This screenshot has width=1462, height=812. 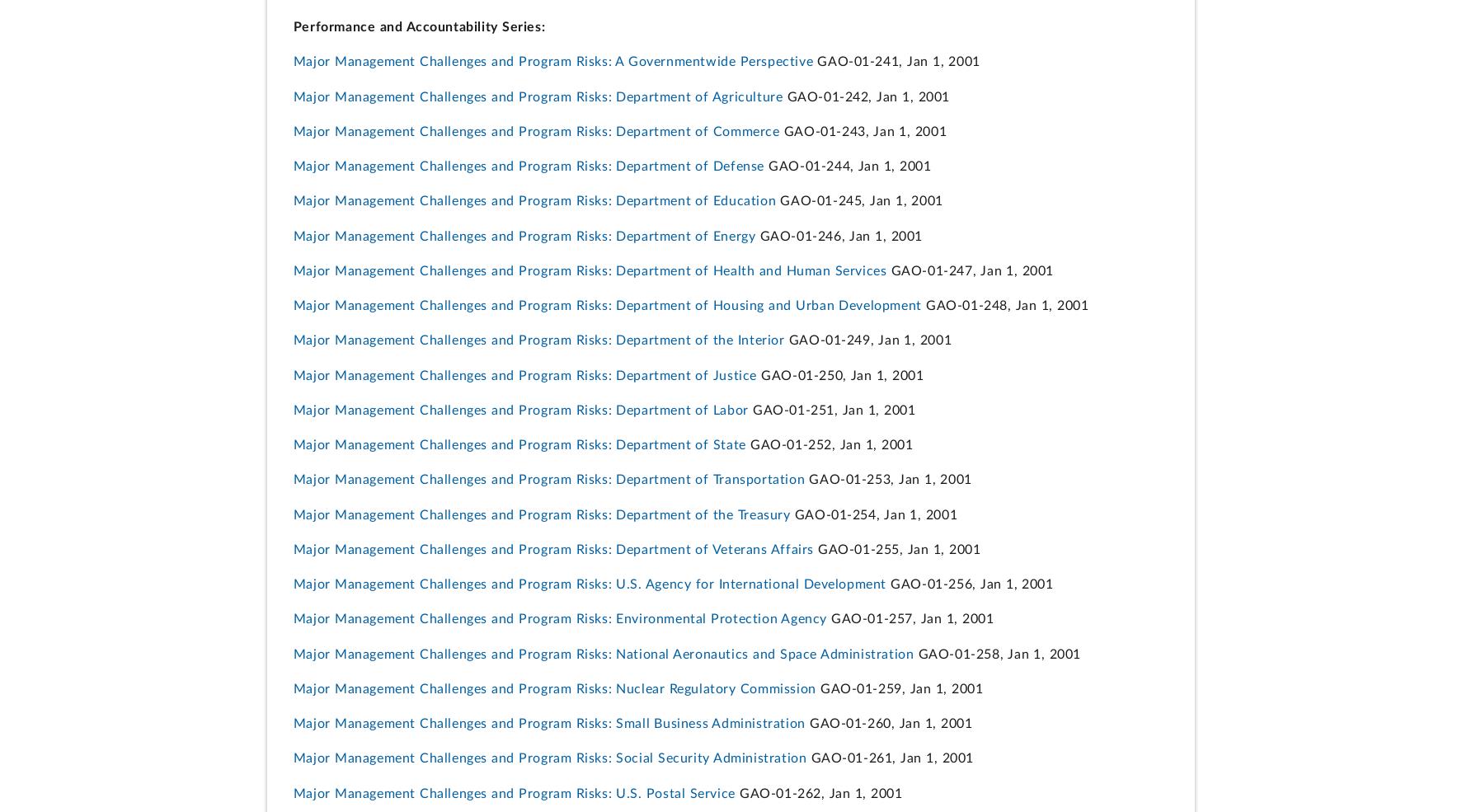 I want to click on 'Major Management Challenges and Program Risks: Social Security Administration', so click(x=548, y=758).